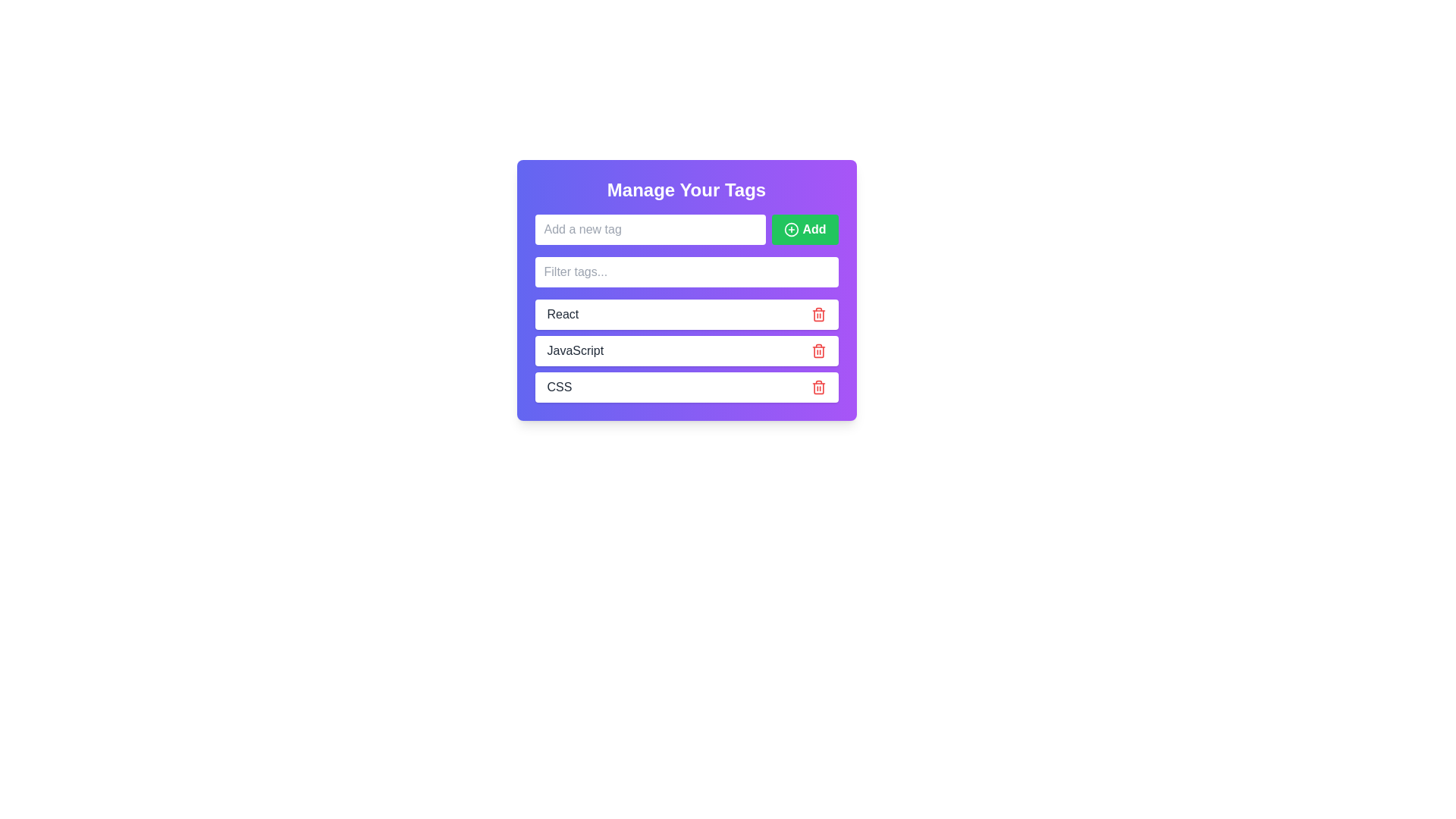 This screenshot has height=819, width=1456. I want to click on the text label element displaying 'CSS', which is styled with a dark font and located within a rounded rectangle, positioned in the last row beneath 'JavaScript' and next to a delete icon, so click(558, 386).